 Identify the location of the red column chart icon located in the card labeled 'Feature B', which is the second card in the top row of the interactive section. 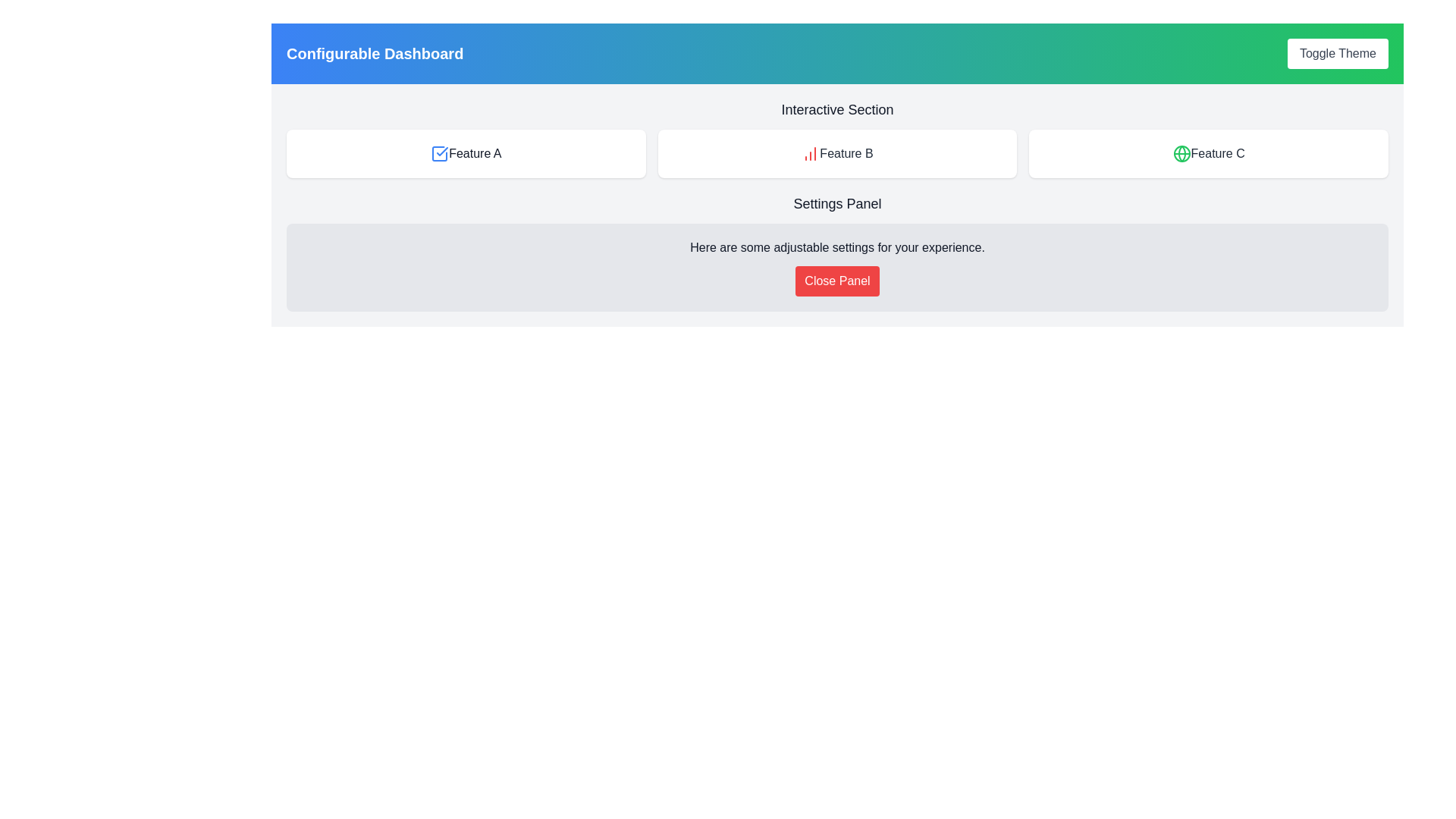
(810, 154).